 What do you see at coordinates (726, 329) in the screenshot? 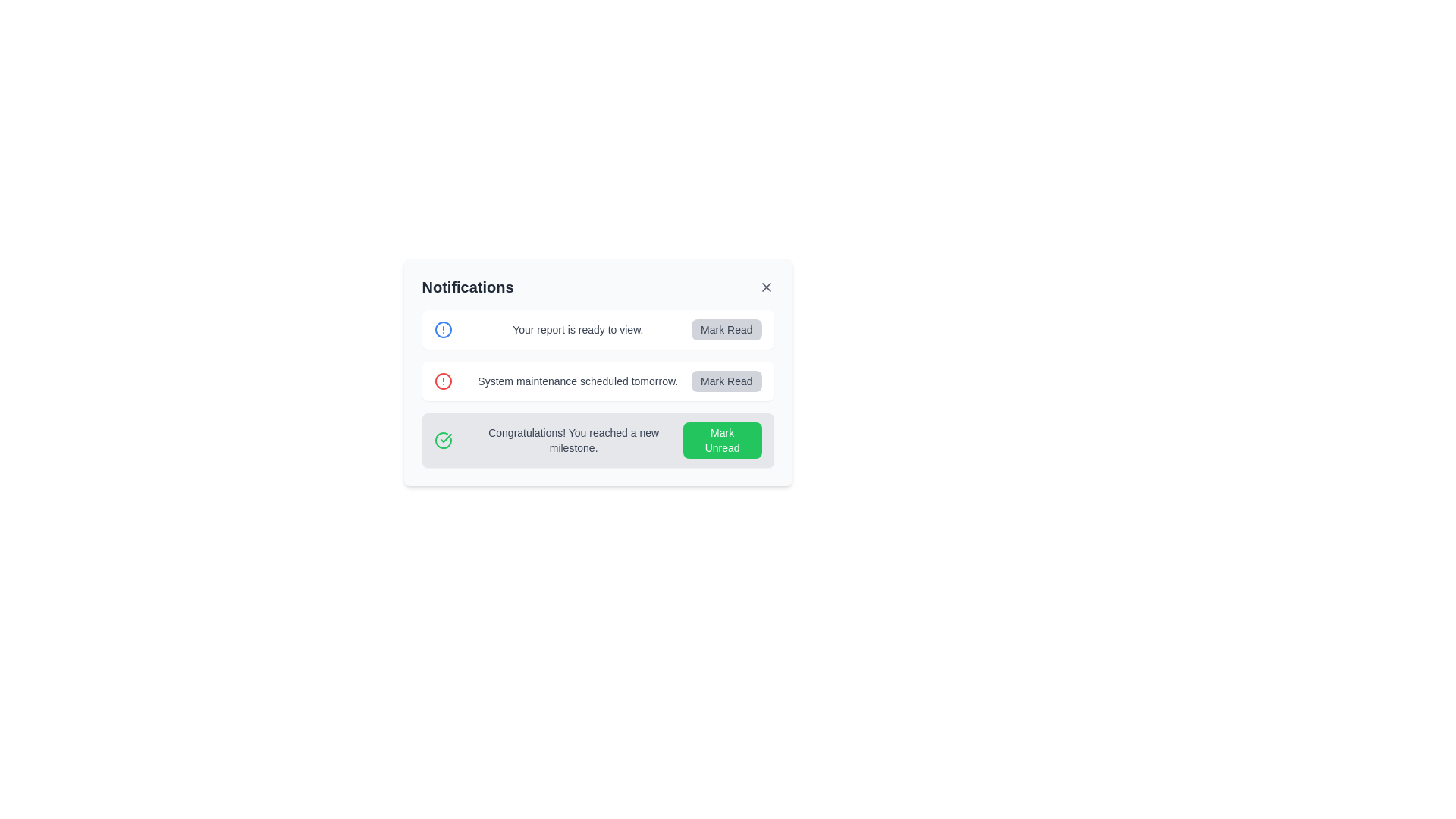
I see `the button located to the right of the text 'Your report is ready` at bounding box center [726, 329].